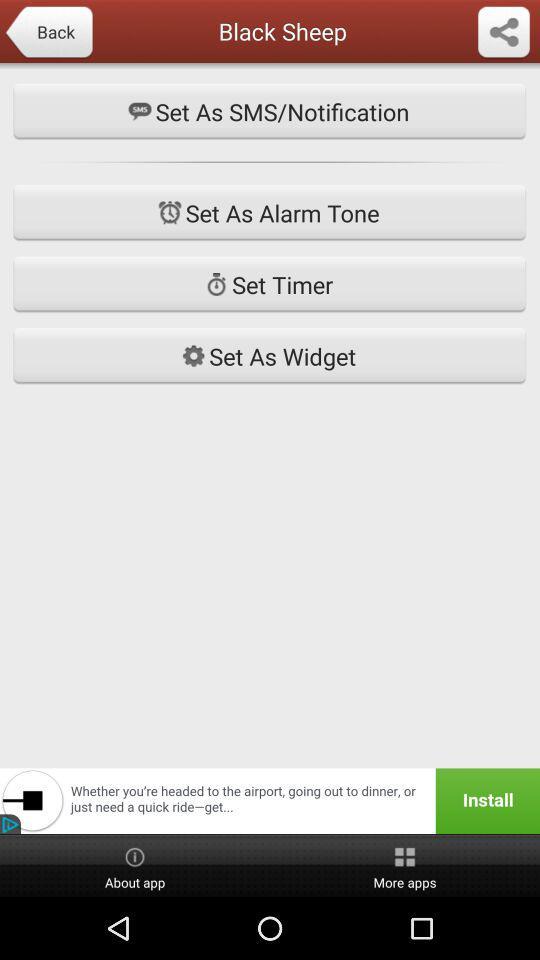  I want to click on advertisement, so click(270, 801).